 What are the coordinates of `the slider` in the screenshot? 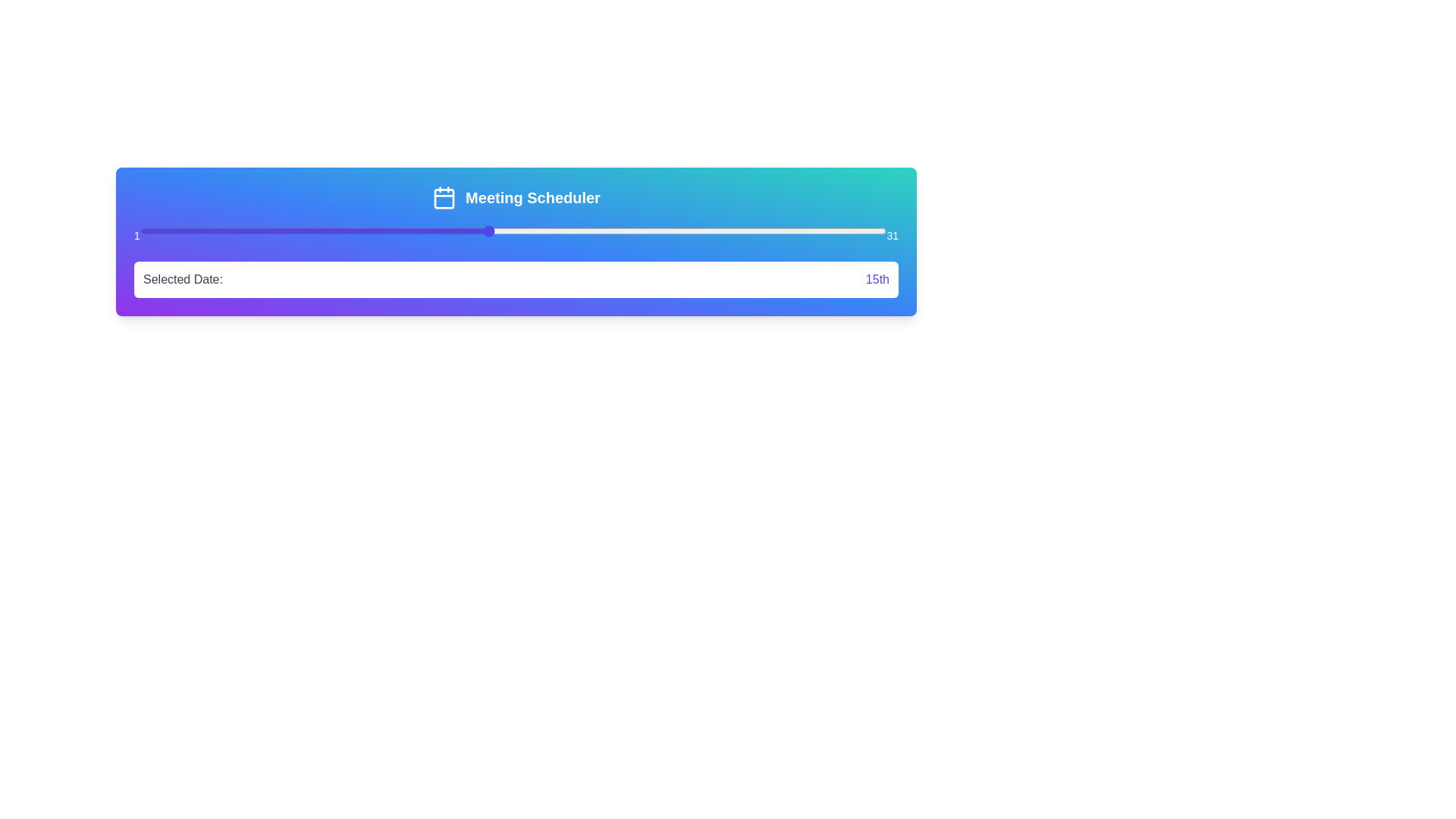 It's located at (836, 231).